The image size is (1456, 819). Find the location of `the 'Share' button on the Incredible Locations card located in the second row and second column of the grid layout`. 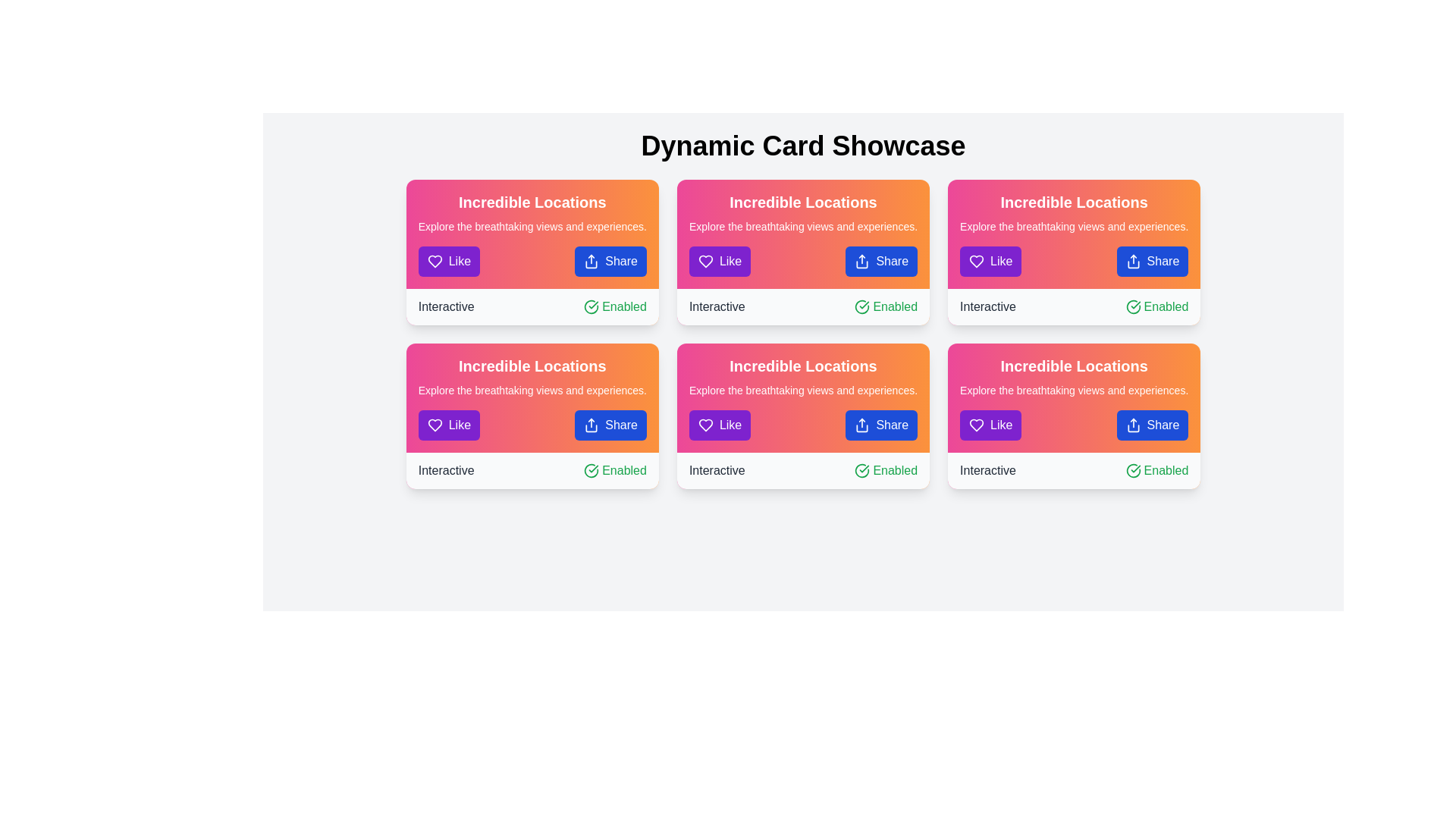

the 'Share' button on the Incredible Locations card located in the second row and second column of the grid layout is located at coordinates (802, 416).